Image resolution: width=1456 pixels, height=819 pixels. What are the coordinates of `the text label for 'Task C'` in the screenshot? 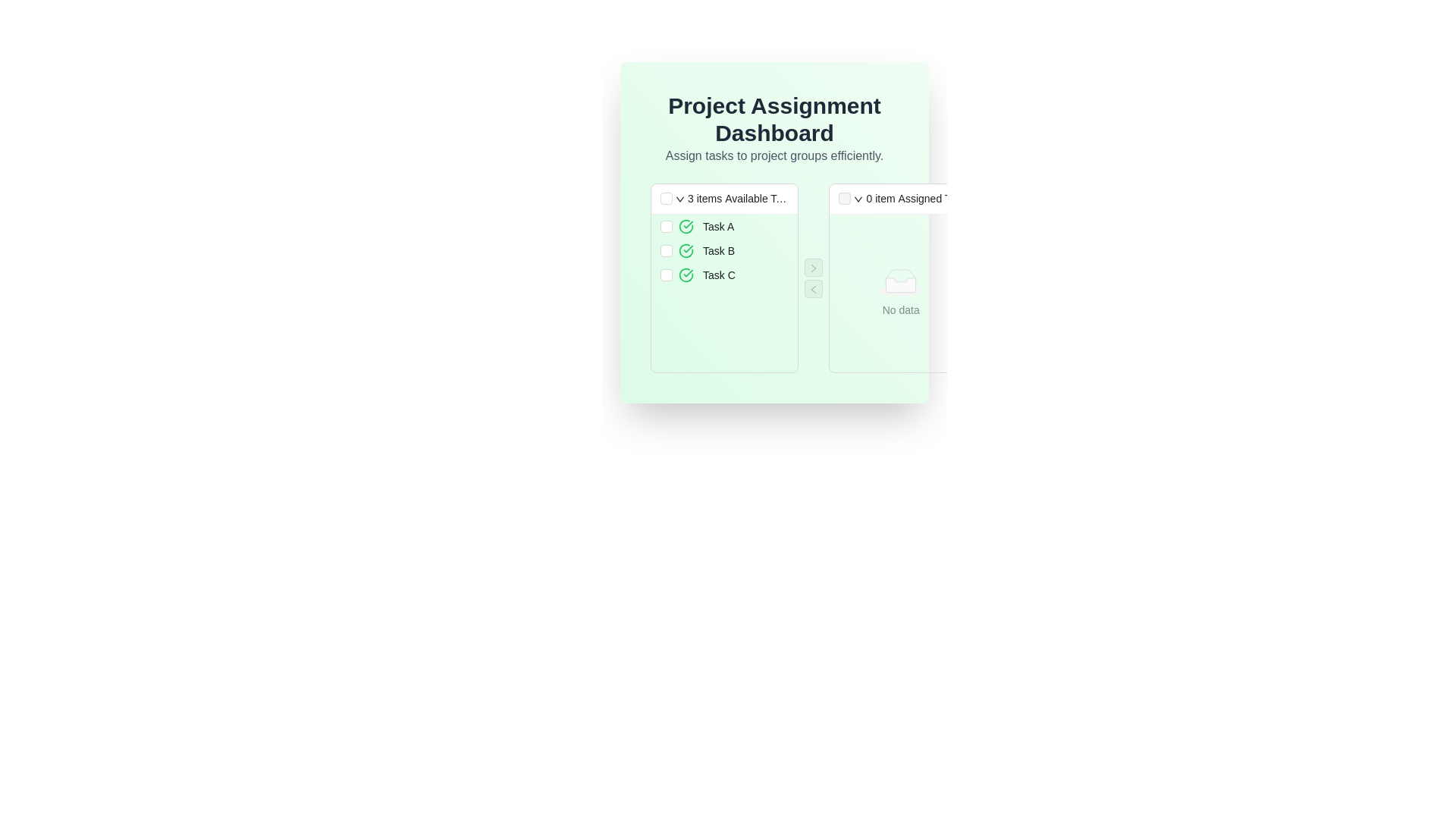 It's located at (718, 275).